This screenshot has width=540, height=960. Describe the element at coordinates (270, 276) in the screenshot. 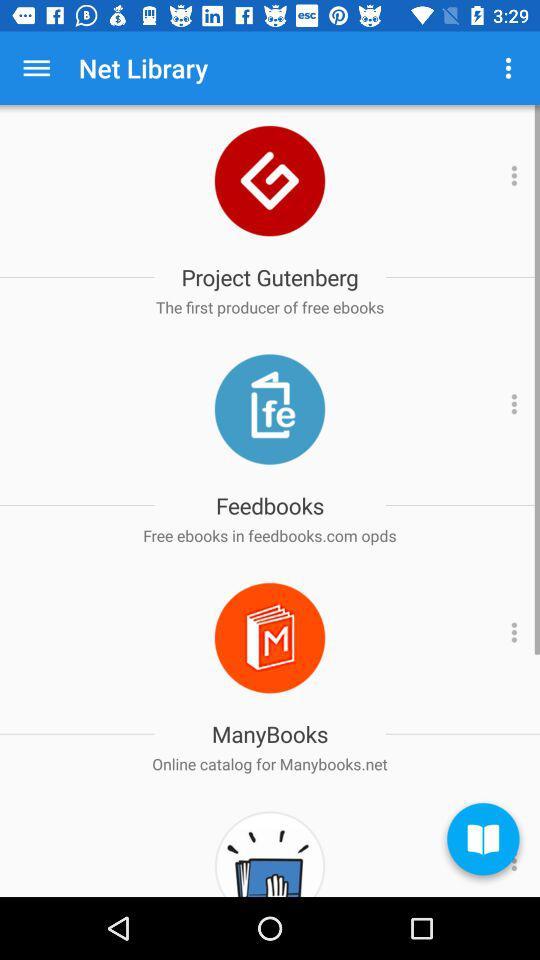

I see `the project gutenberg item` at that location.